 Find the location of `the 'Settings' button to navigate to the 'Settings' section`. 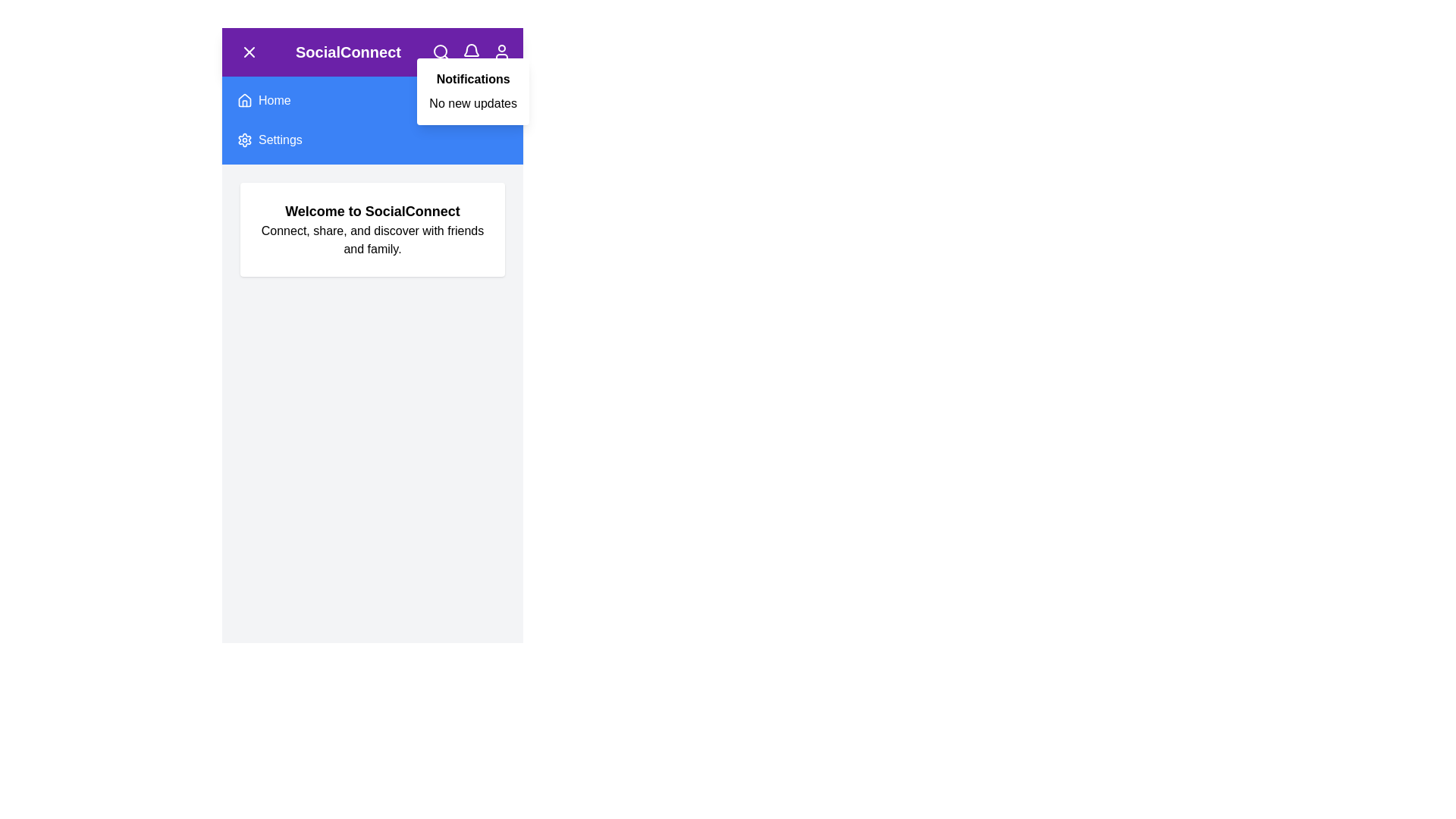

the 'Settings' button to navigate to the 'Settings' section is located at coordinates (372, 140).